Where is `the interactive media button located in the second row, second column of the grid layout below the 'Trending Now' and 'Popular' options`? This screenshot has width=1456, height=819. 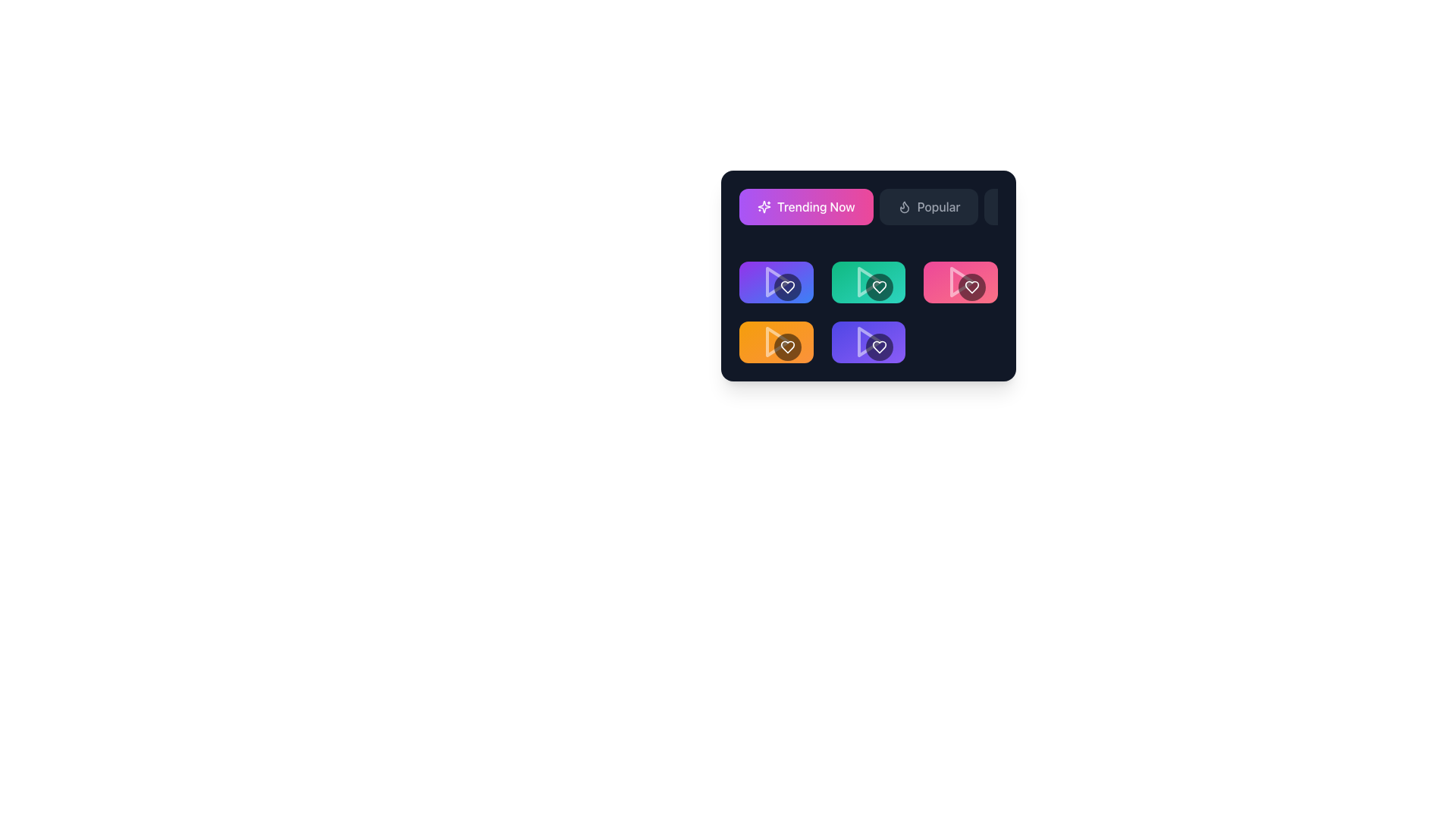
the interactive media button located in the second row, second column of the grid layout below the 'Trending Now' and 'Popular' options is located at coordinates (868, 275).